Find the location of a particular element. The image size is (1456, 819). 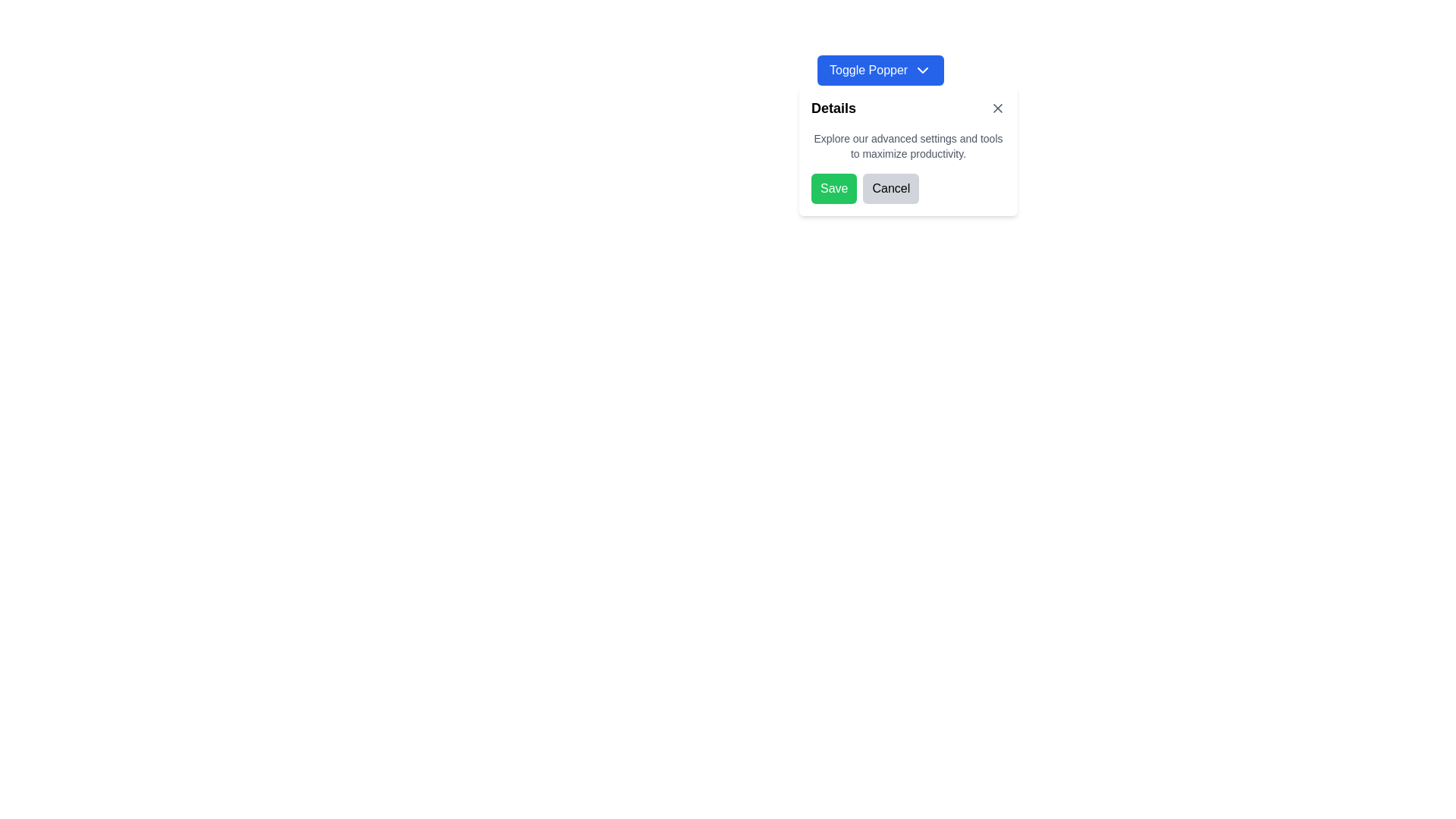

the close button located in the top-right corner of the 'Details' popup card is located at coordinates (997, 107).